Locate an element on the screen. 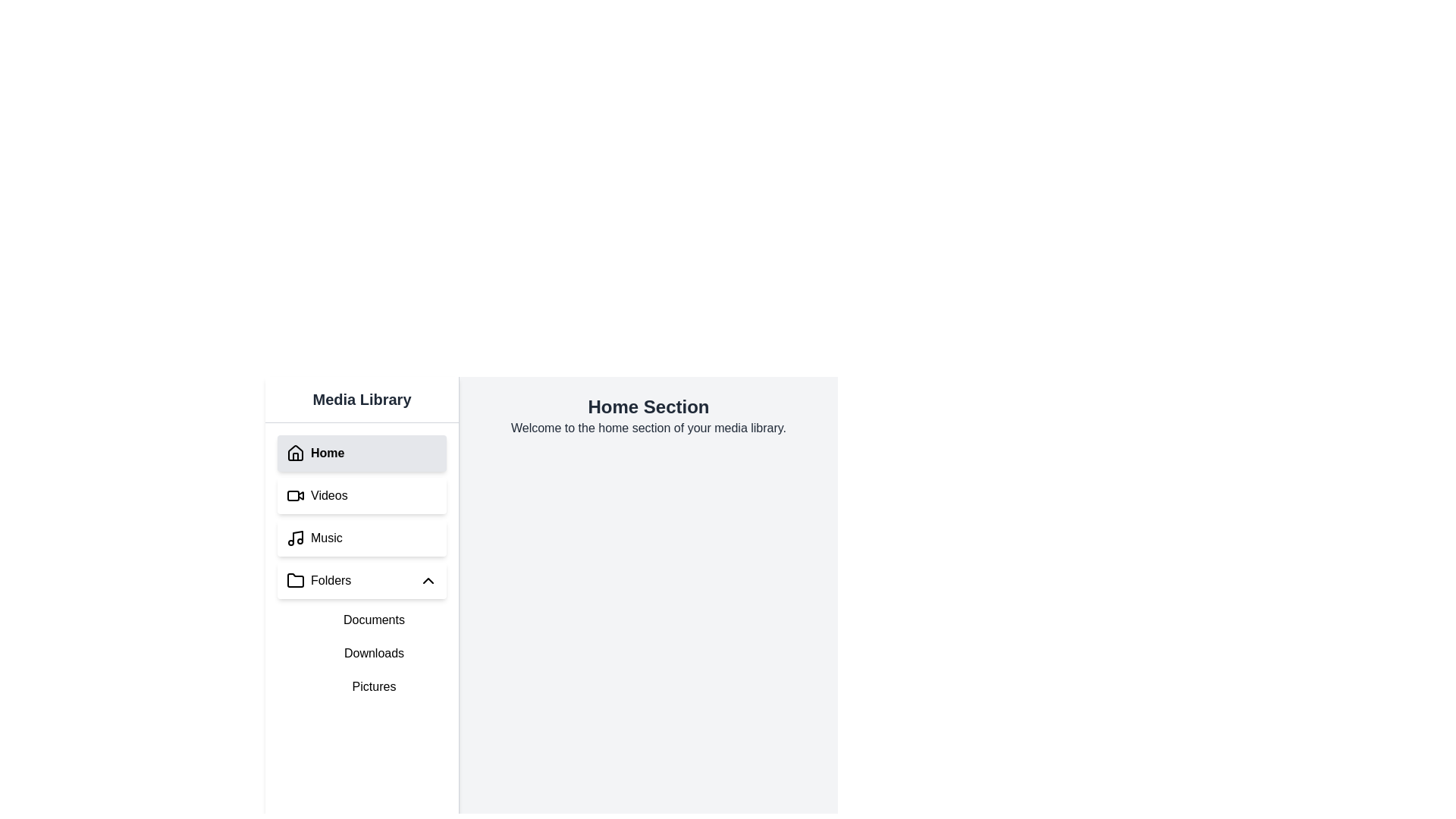  the door element of the house icon, which is part of the SVG graphics in the left-side navigation panel is located at coordinates (295, 456).